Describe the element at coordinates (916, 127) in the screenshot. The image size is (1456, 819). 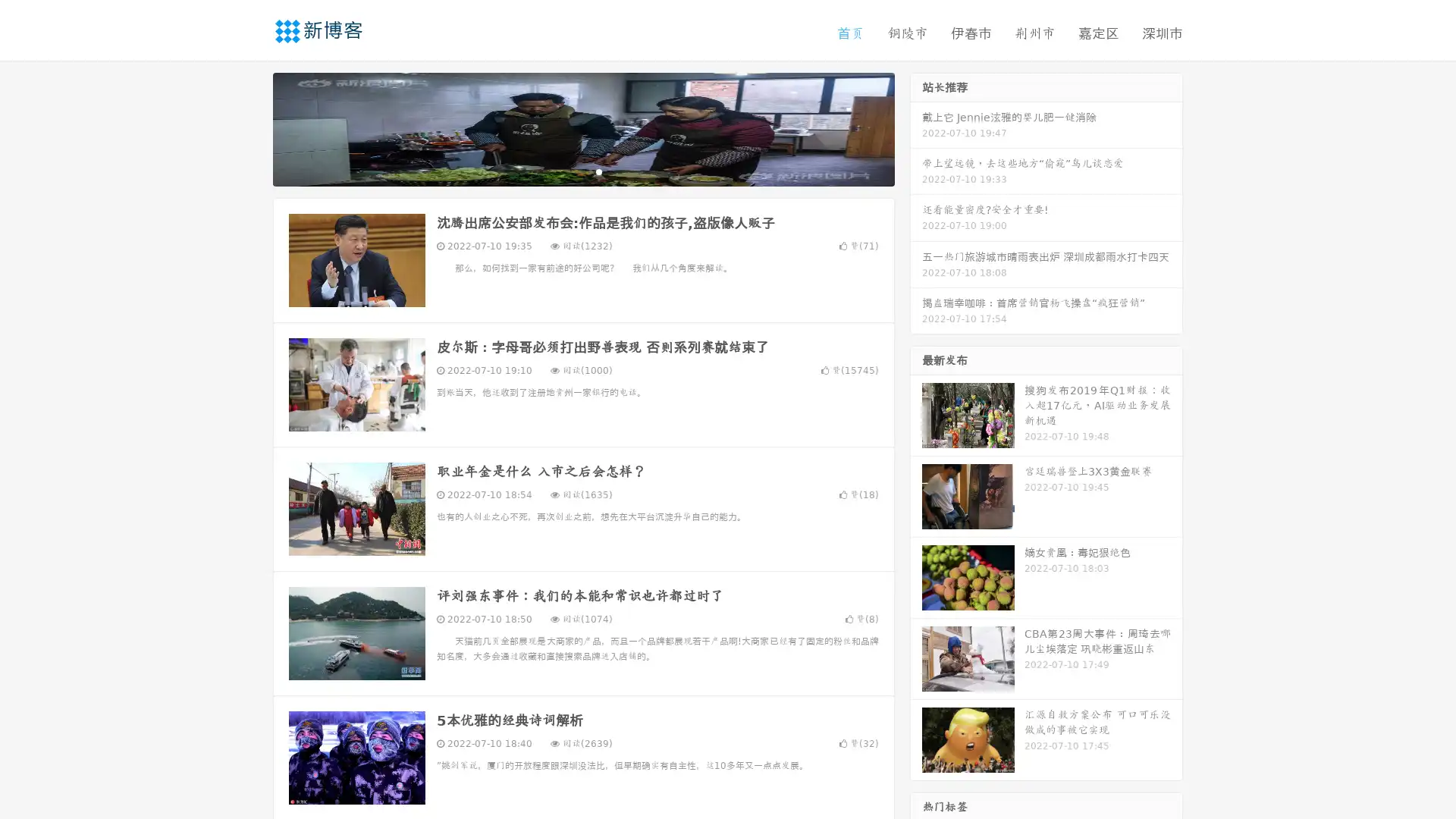
I see `Next slide` at that location.